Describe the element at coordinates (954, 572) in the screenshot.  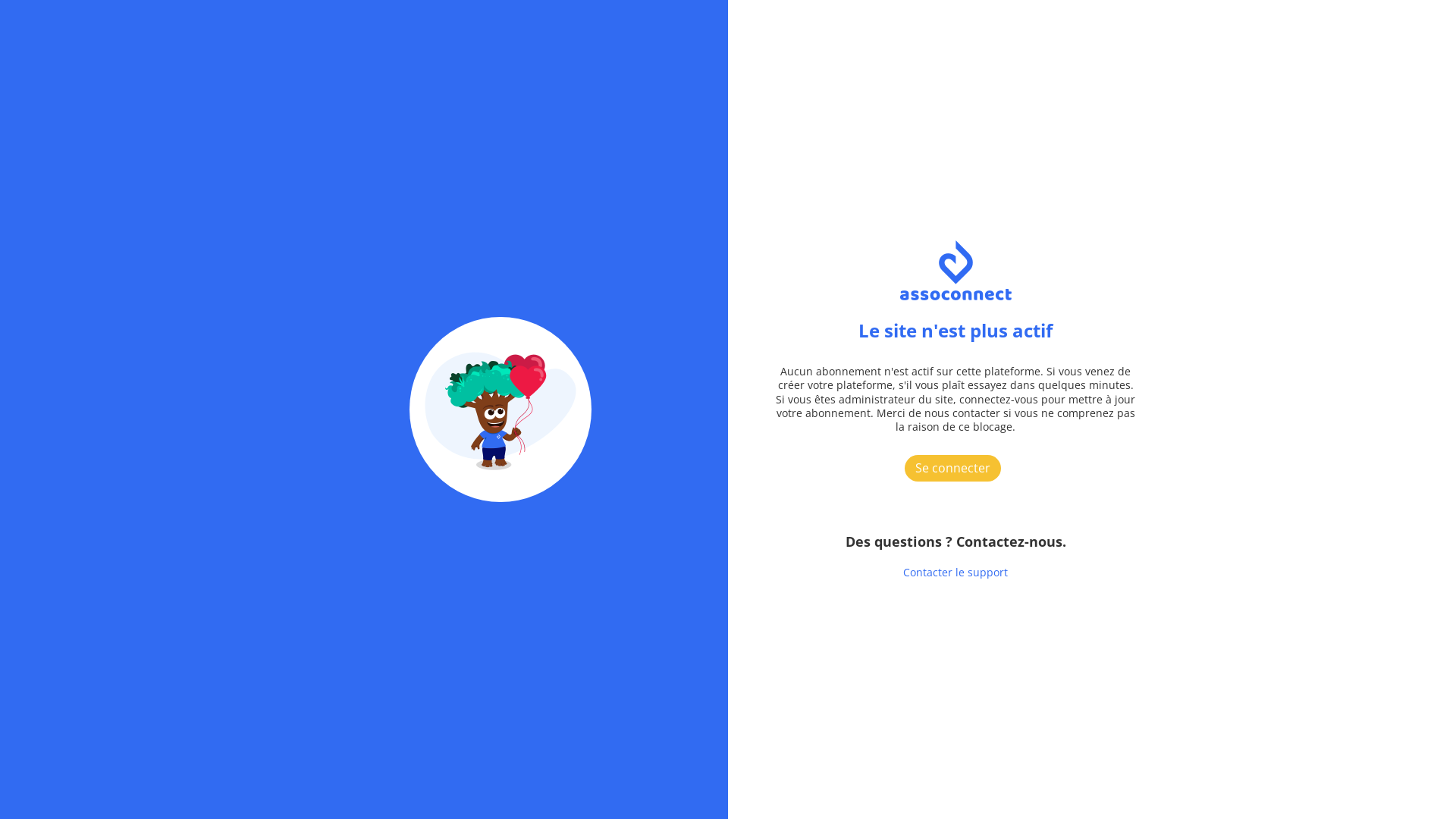
I see `'Contacter le support'` at that location.